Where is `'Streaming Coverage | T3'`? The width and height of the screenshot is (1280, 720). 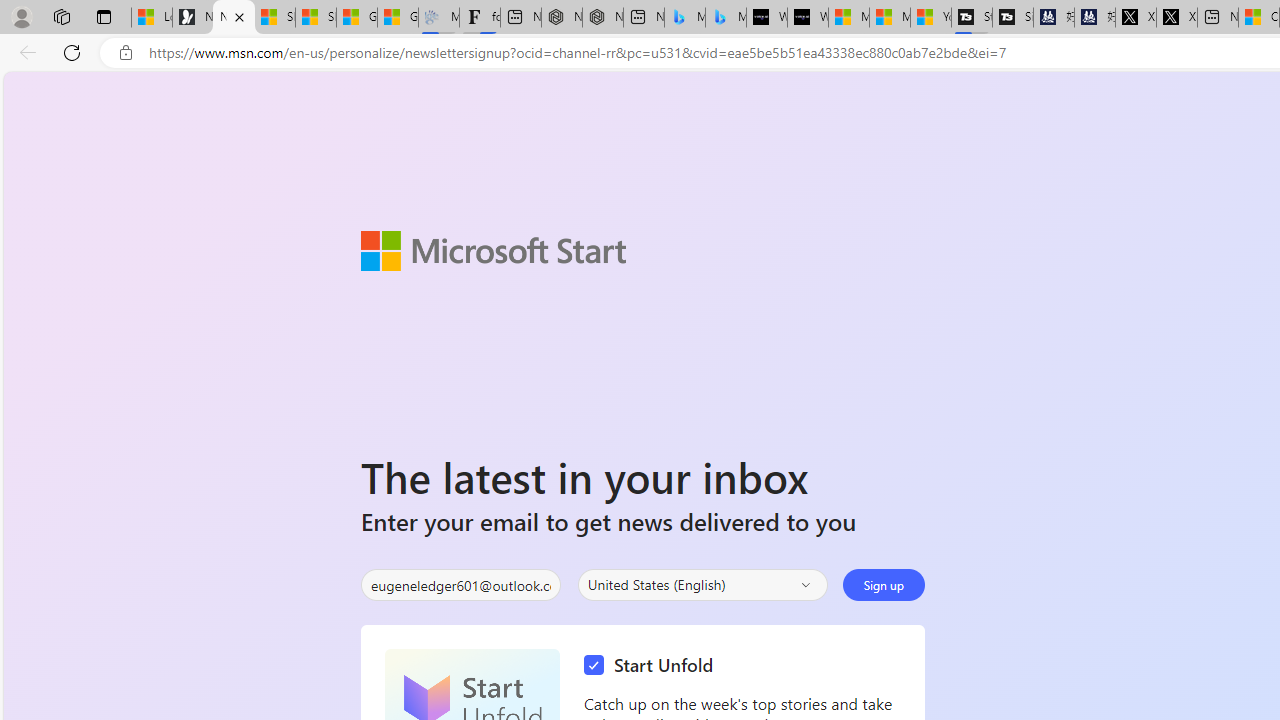
'Streaming Coverage | T3' is located at coordinates (972, 17).